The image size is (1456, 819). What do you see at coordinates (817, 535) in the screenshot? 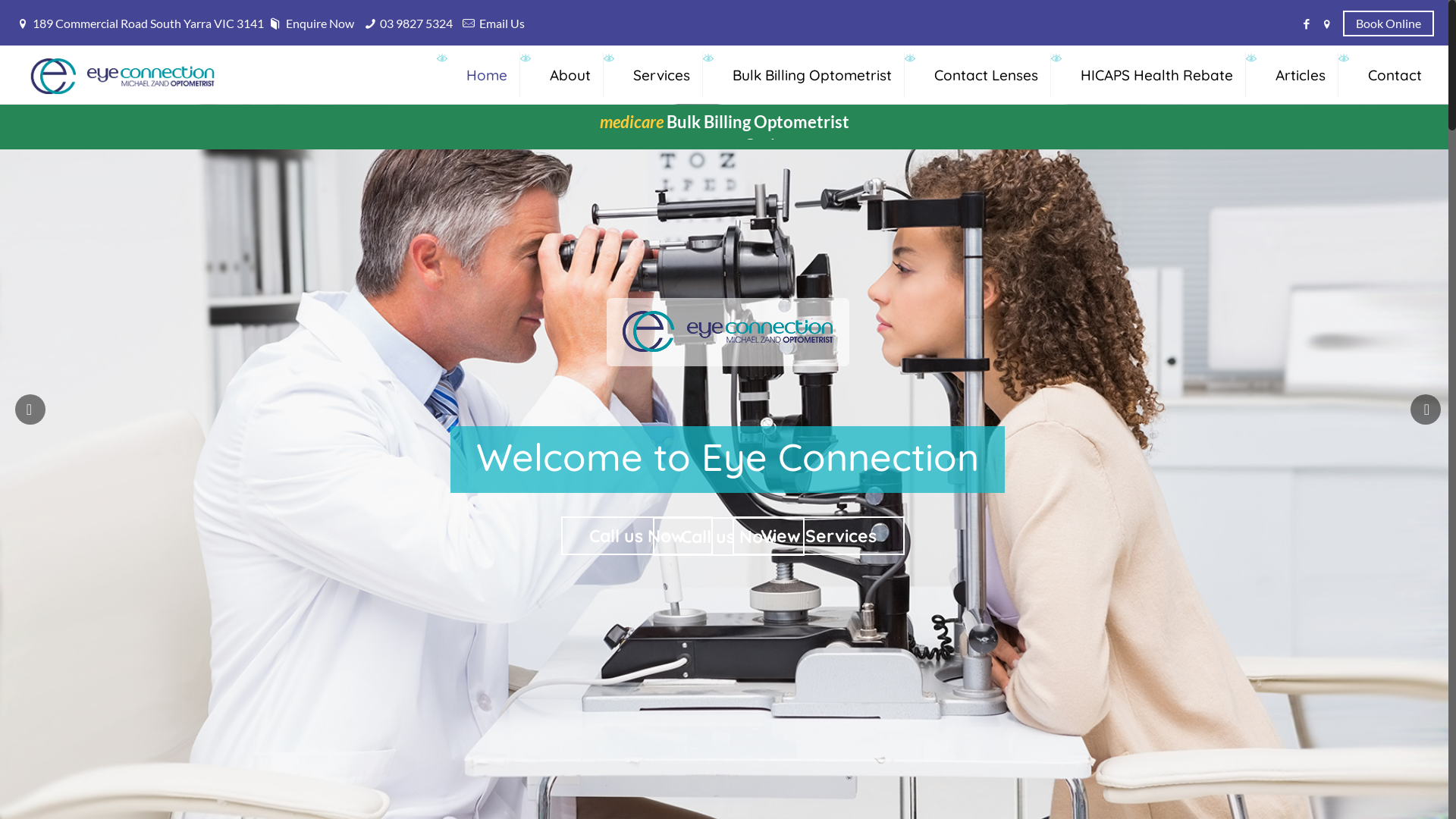
I see `'View Services'` at bounding box center [817, 535].